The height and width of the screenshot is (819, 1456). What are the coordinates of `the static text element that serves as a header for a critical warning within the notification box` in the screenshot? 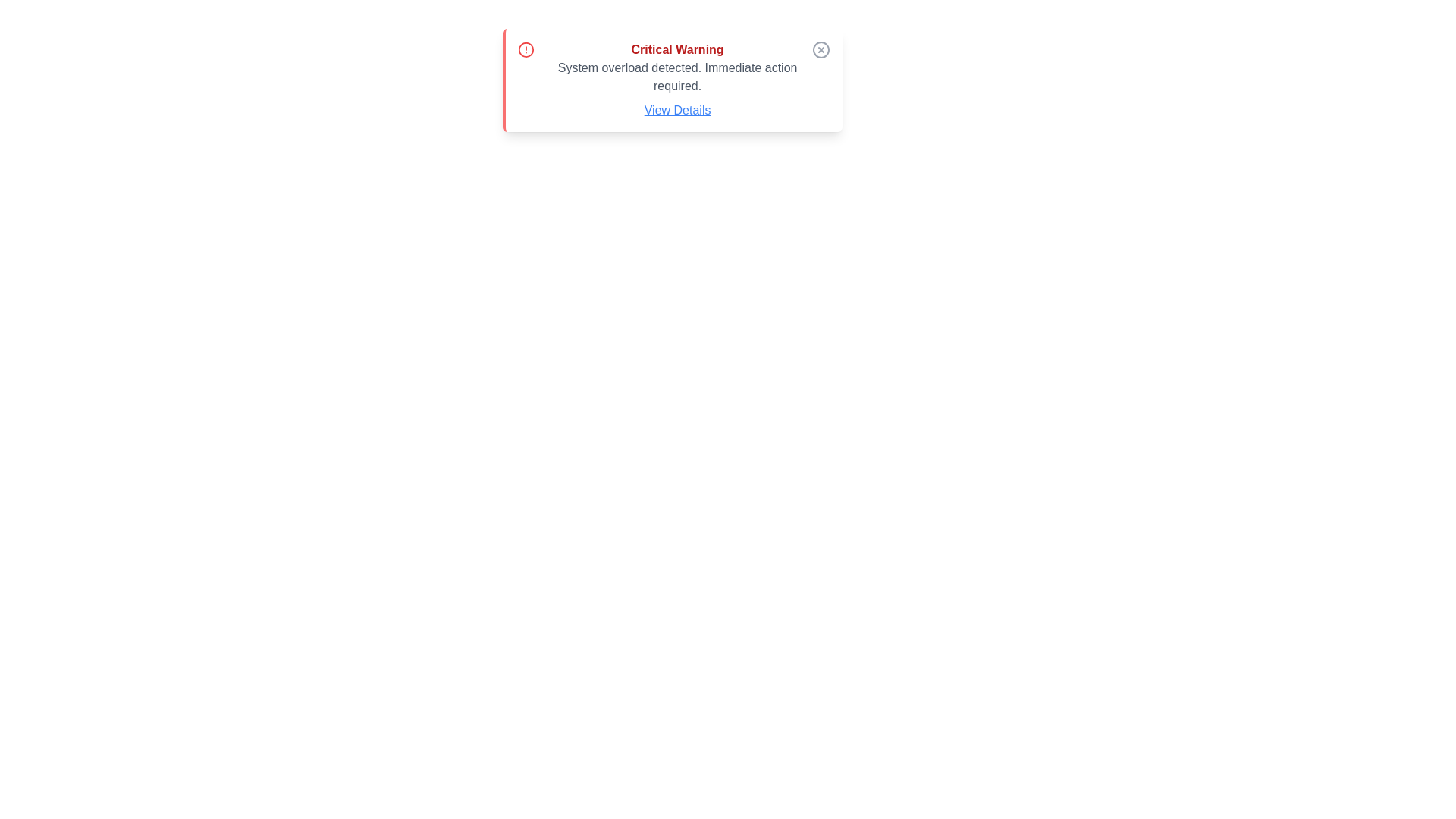 It's located at (676, 49).